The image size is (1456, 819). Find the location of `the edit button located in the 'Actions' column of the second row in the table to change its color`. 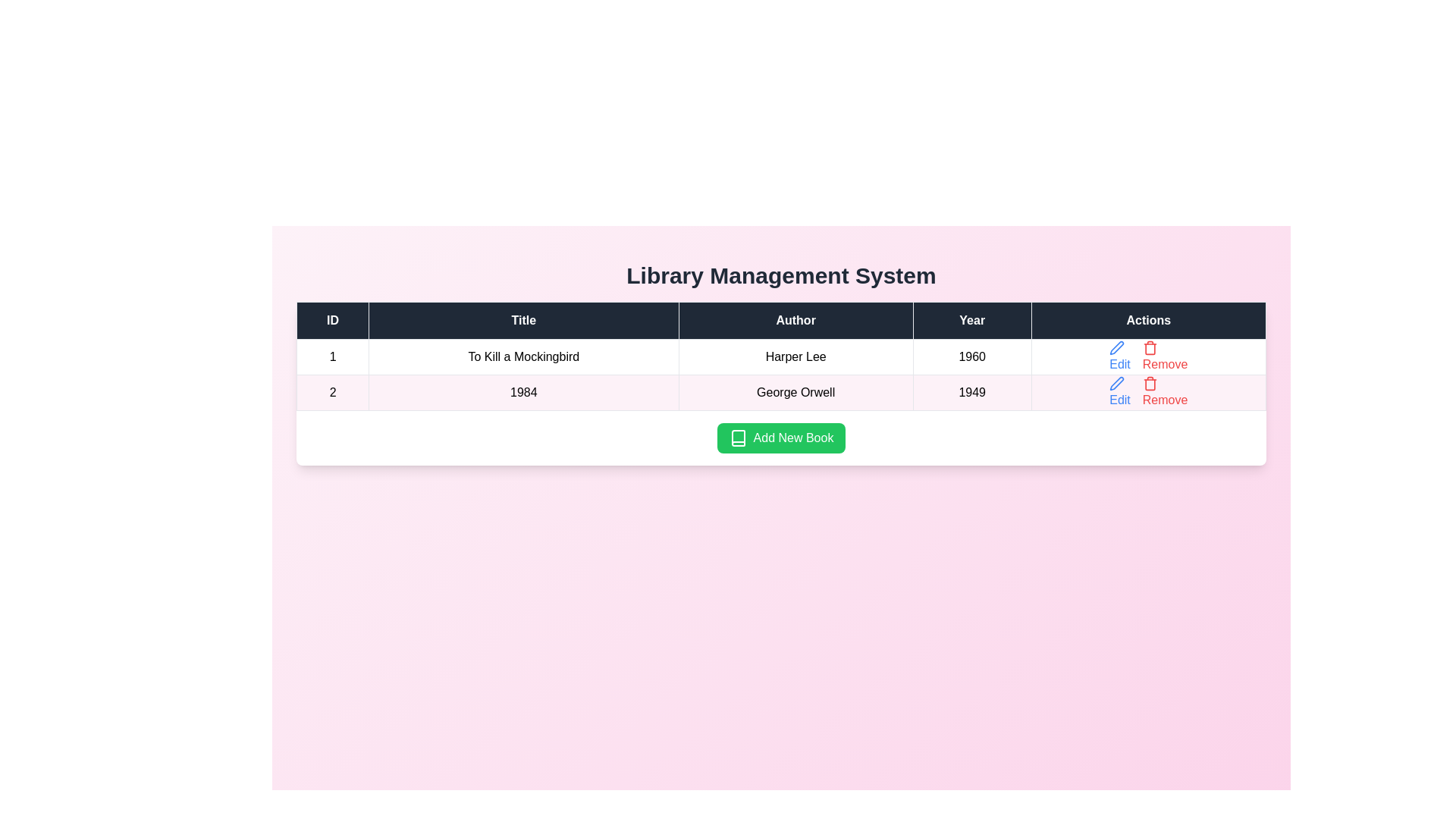

the edit button located in the 'Actions' column of the second row in the table to change its color is located at coordinates (1120, 391).